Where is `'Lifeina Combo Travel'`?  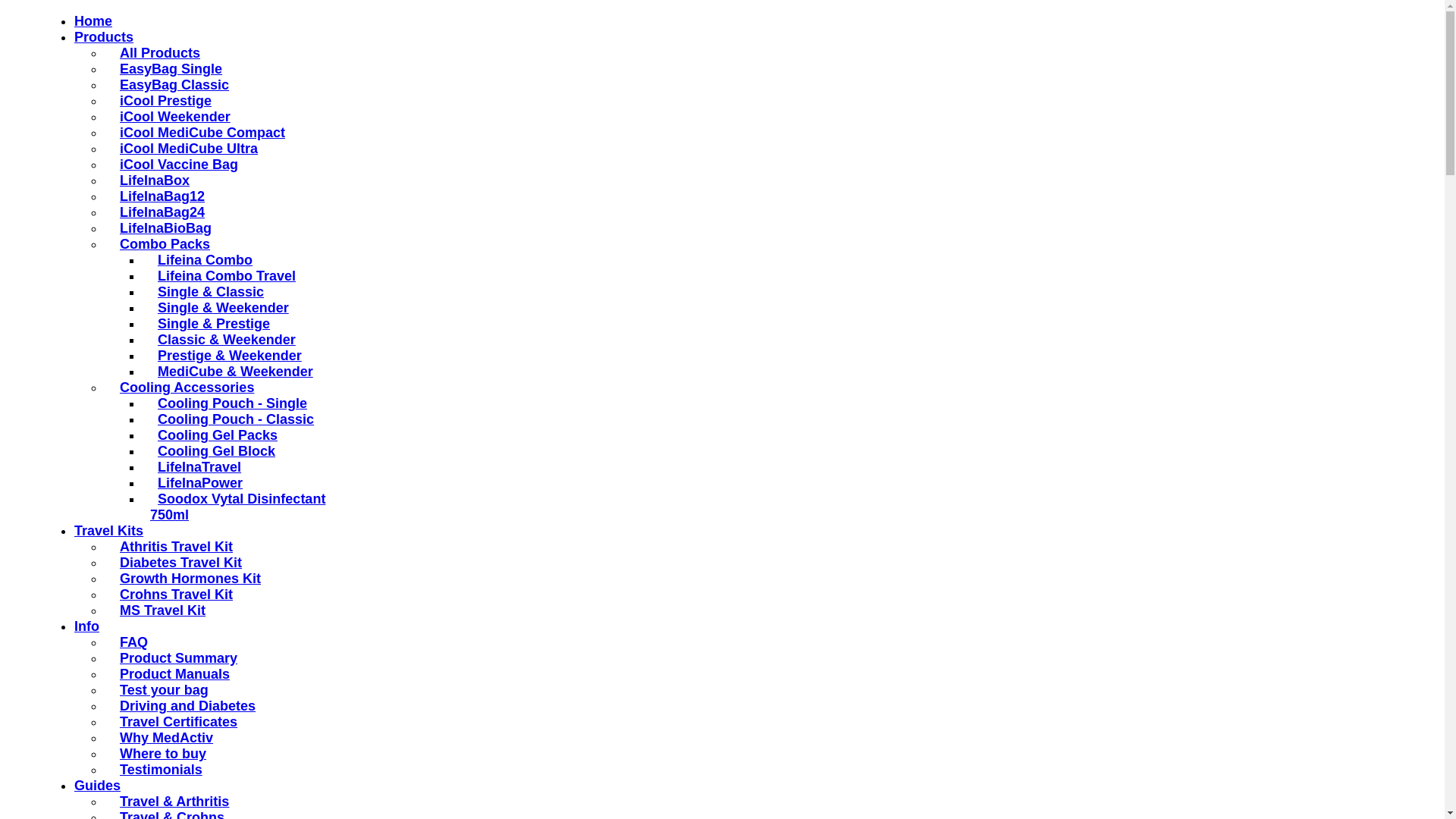 'Lifeina Combo Travel' is located at coordinates (221, 275).